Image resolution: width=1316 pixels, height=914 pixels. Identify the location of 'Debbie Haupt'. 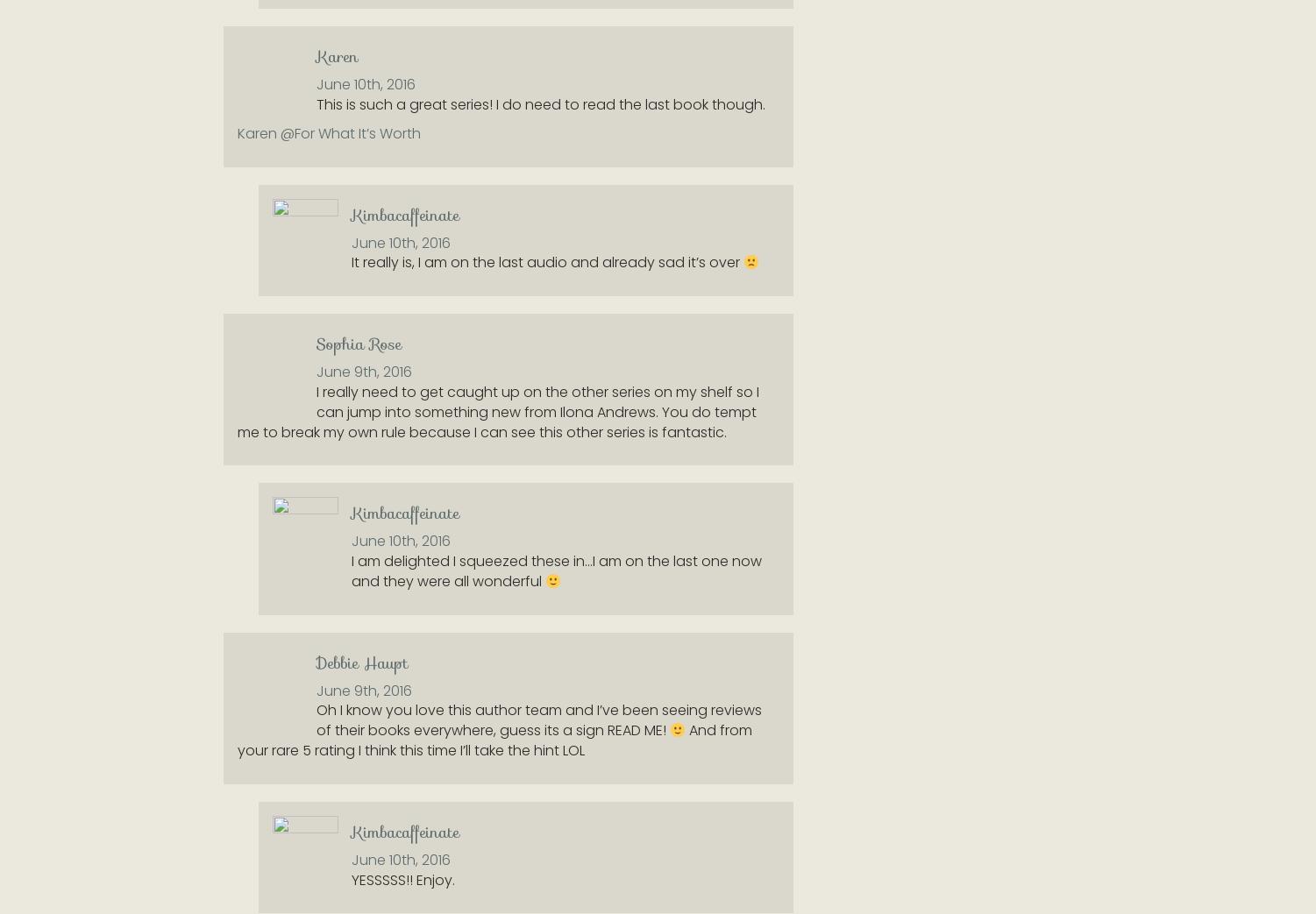
(362, 661).